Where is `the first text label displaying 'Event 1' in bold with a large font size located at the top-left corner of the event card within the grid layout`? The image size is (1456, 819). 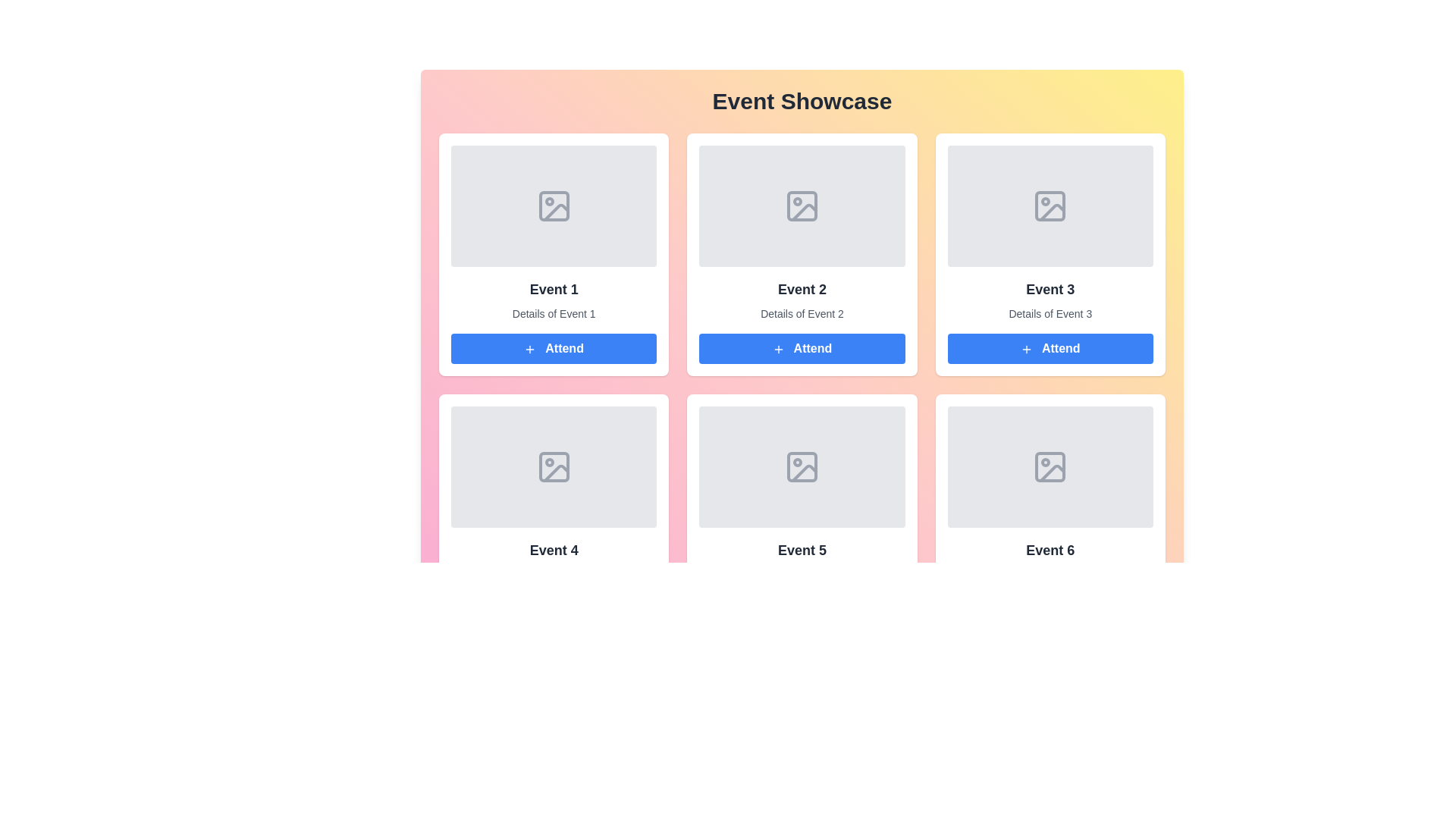 the first text label displaying 'Event 1' in bold with a large font size located at the top-left corner of the event card within the grid layout is located at coordinates (553, 289).